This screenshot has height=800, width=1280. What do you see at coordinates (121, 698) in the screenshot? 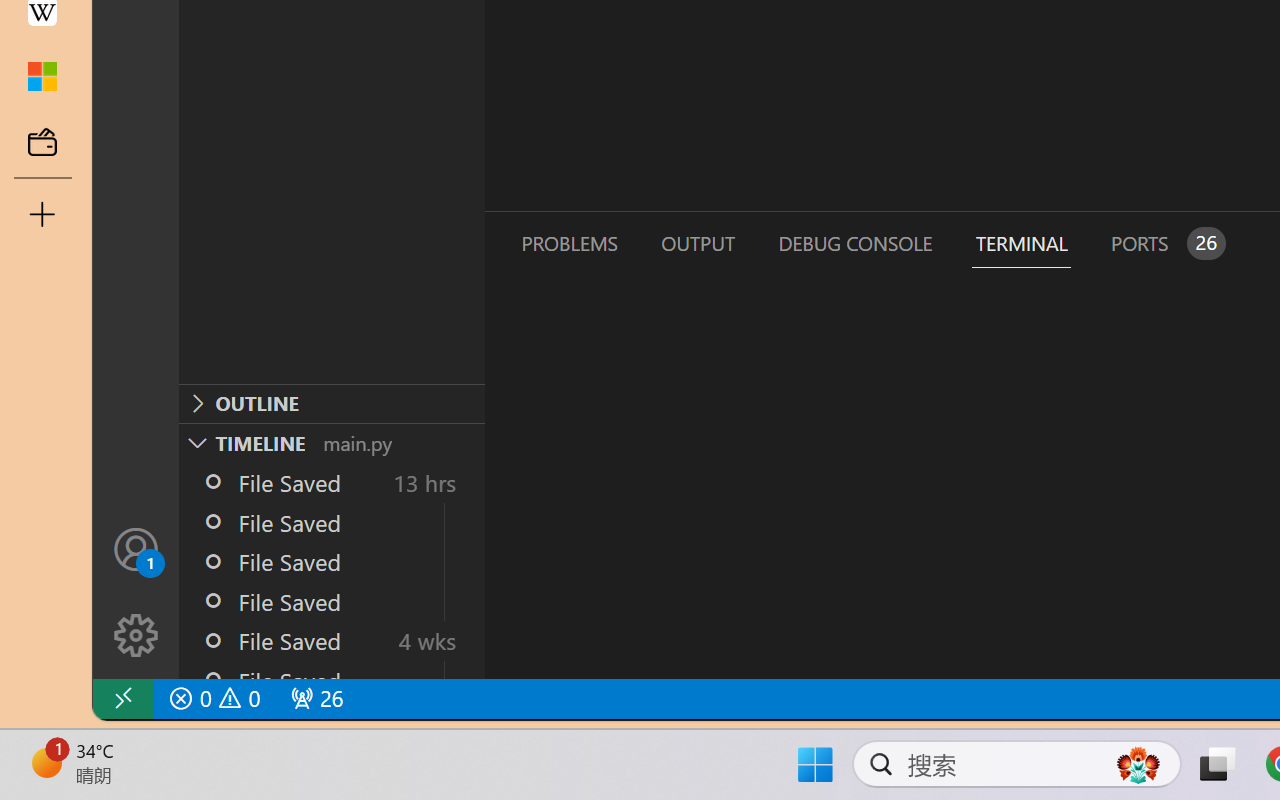
I see `'remote'` at bounding box center [121, 698].